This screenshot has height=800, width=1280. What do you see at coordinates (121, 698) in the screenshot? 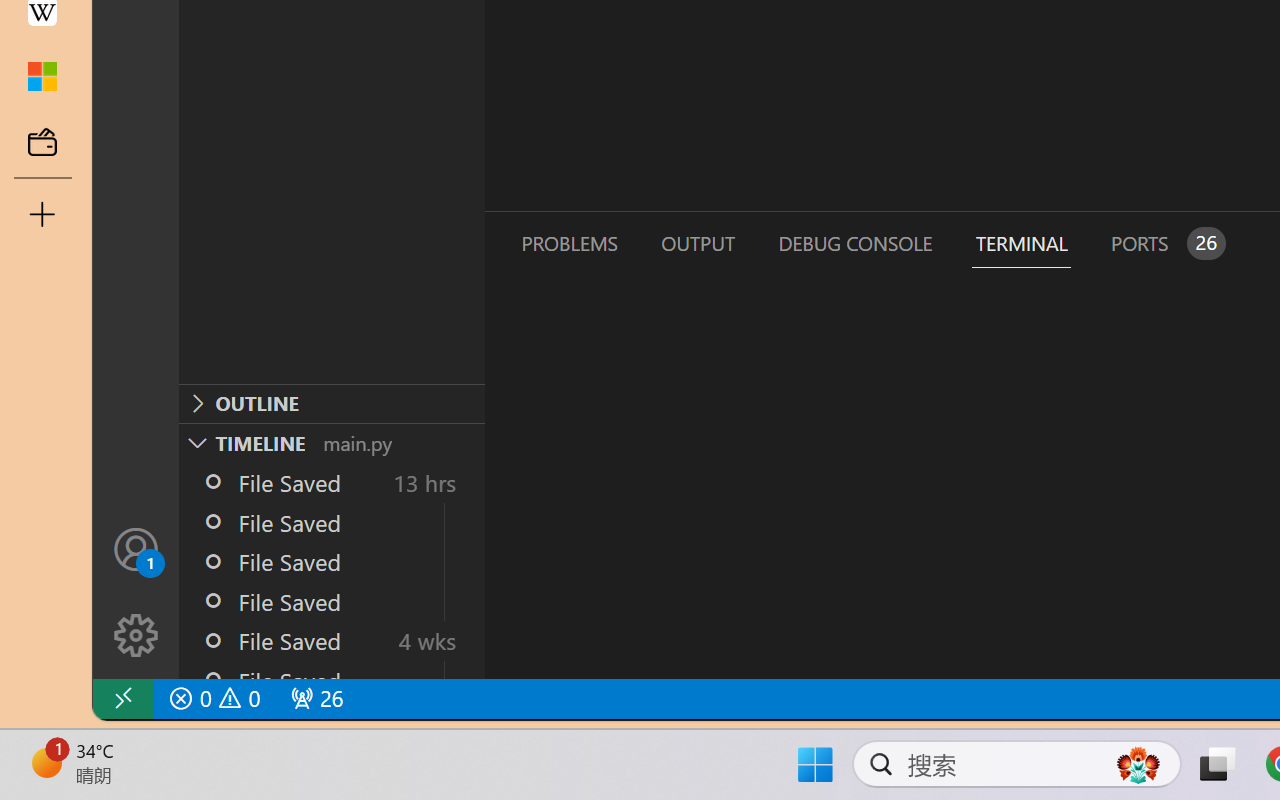
I see `'remote'` at bounding box center [121, 698].